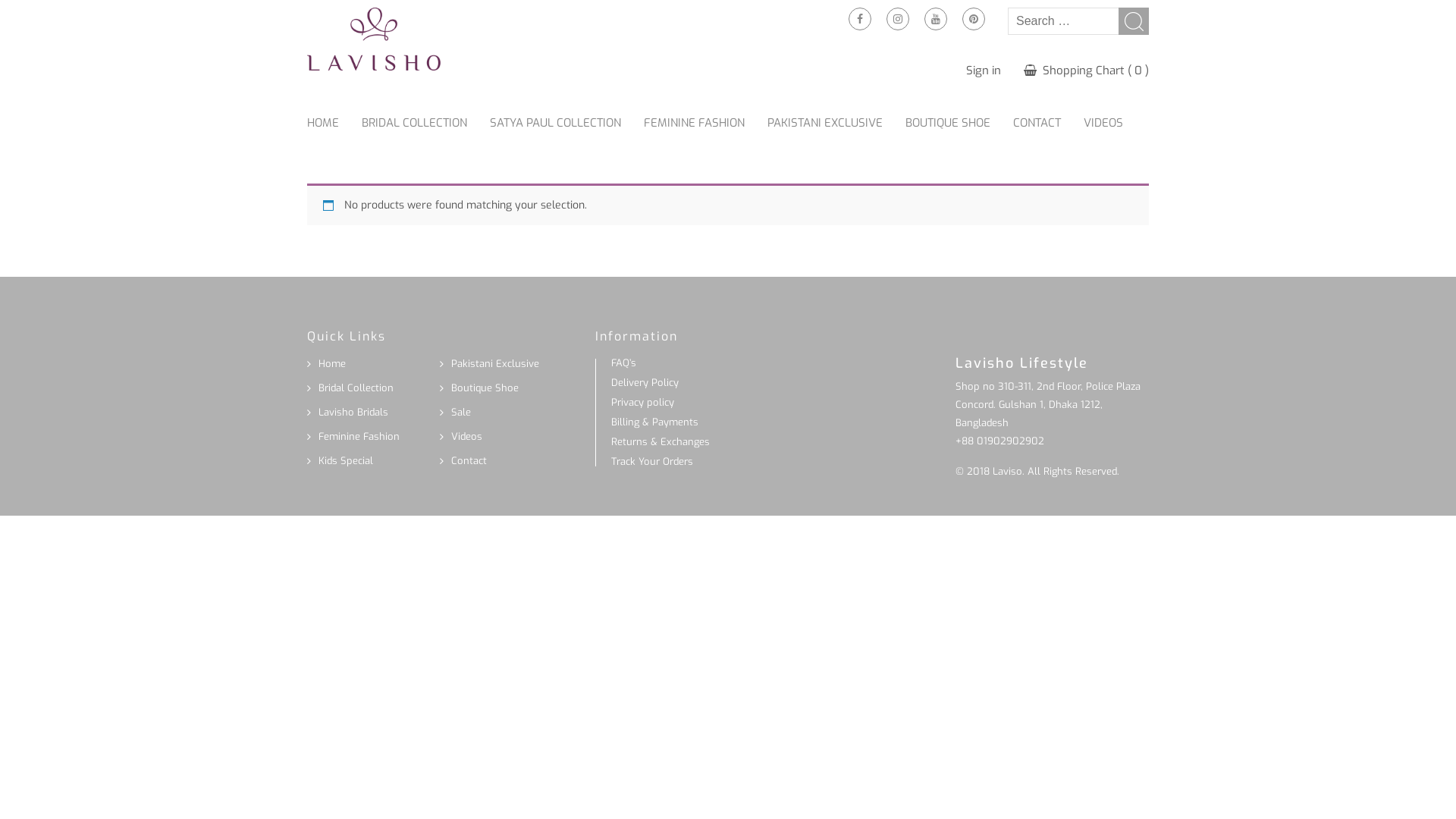 This screenshot has width=1456, height=819. I want to click on 'SATYA PAUL COLLECTION', so click(566, 122).